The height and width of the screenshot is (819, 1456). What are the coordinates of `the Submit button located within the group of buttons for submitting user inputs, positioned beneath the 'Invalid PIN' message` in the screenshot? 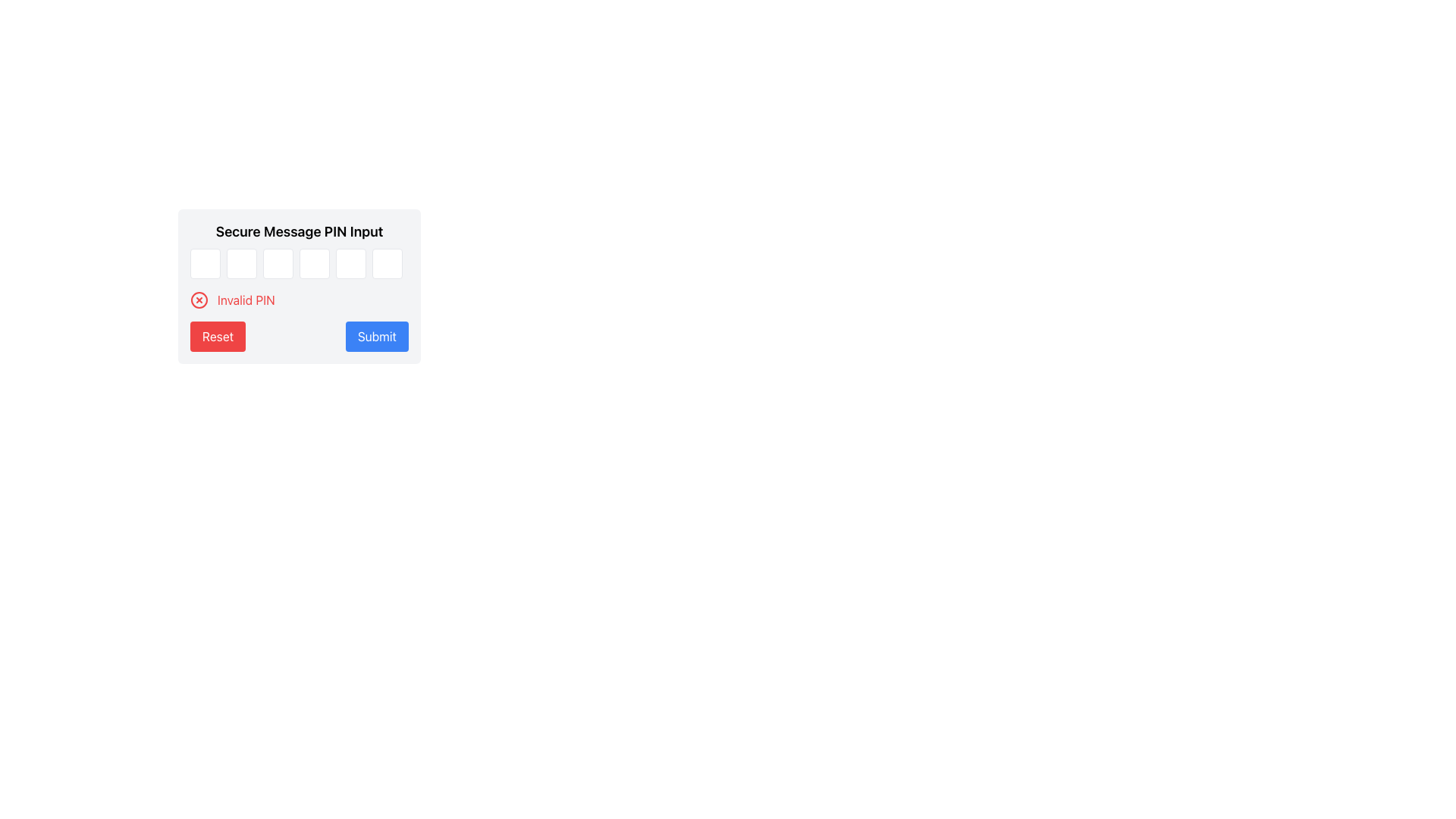 It's located at (299, 335).